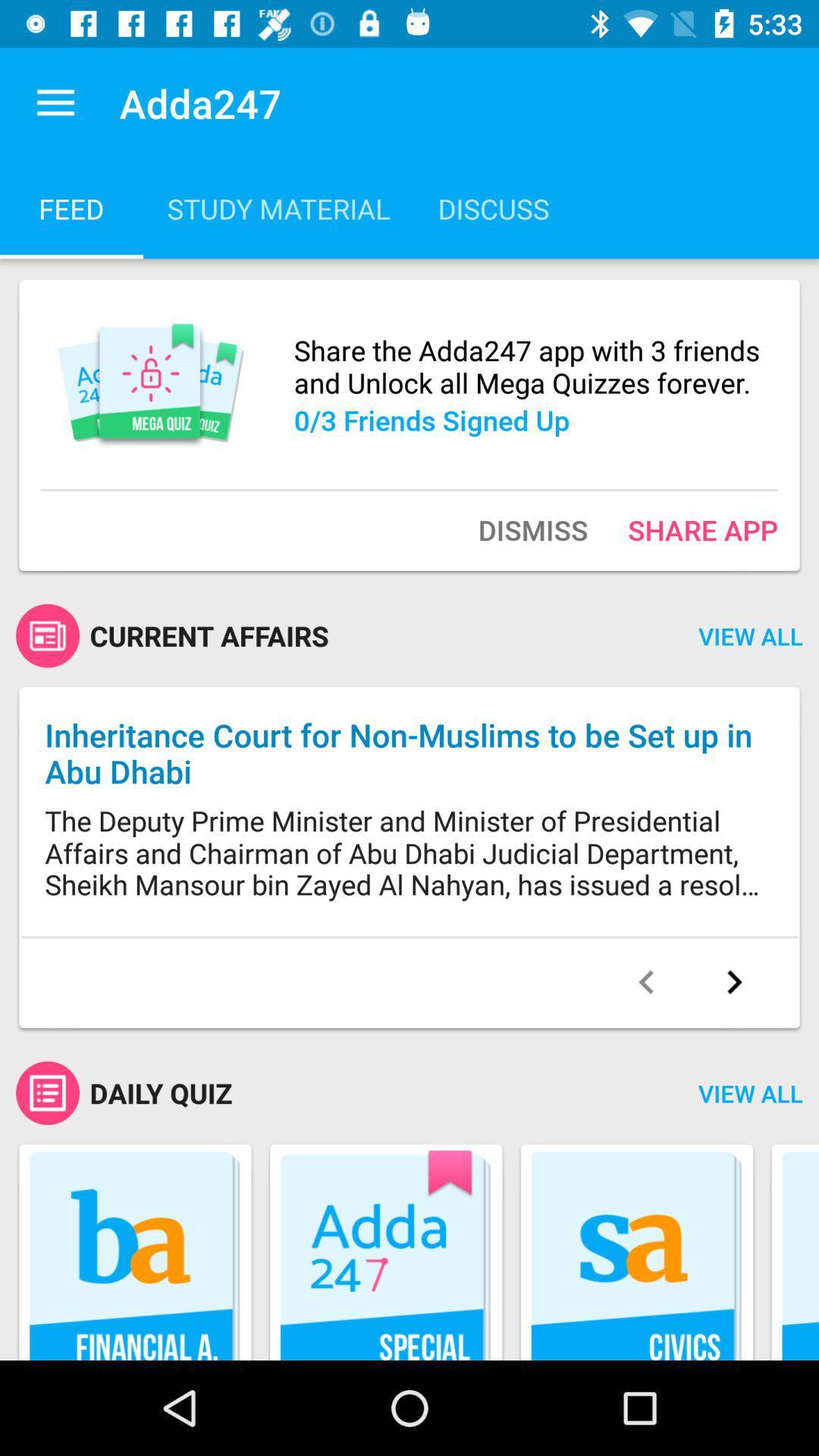  I want to click on the arrow_forward icon, so click(733, 982).